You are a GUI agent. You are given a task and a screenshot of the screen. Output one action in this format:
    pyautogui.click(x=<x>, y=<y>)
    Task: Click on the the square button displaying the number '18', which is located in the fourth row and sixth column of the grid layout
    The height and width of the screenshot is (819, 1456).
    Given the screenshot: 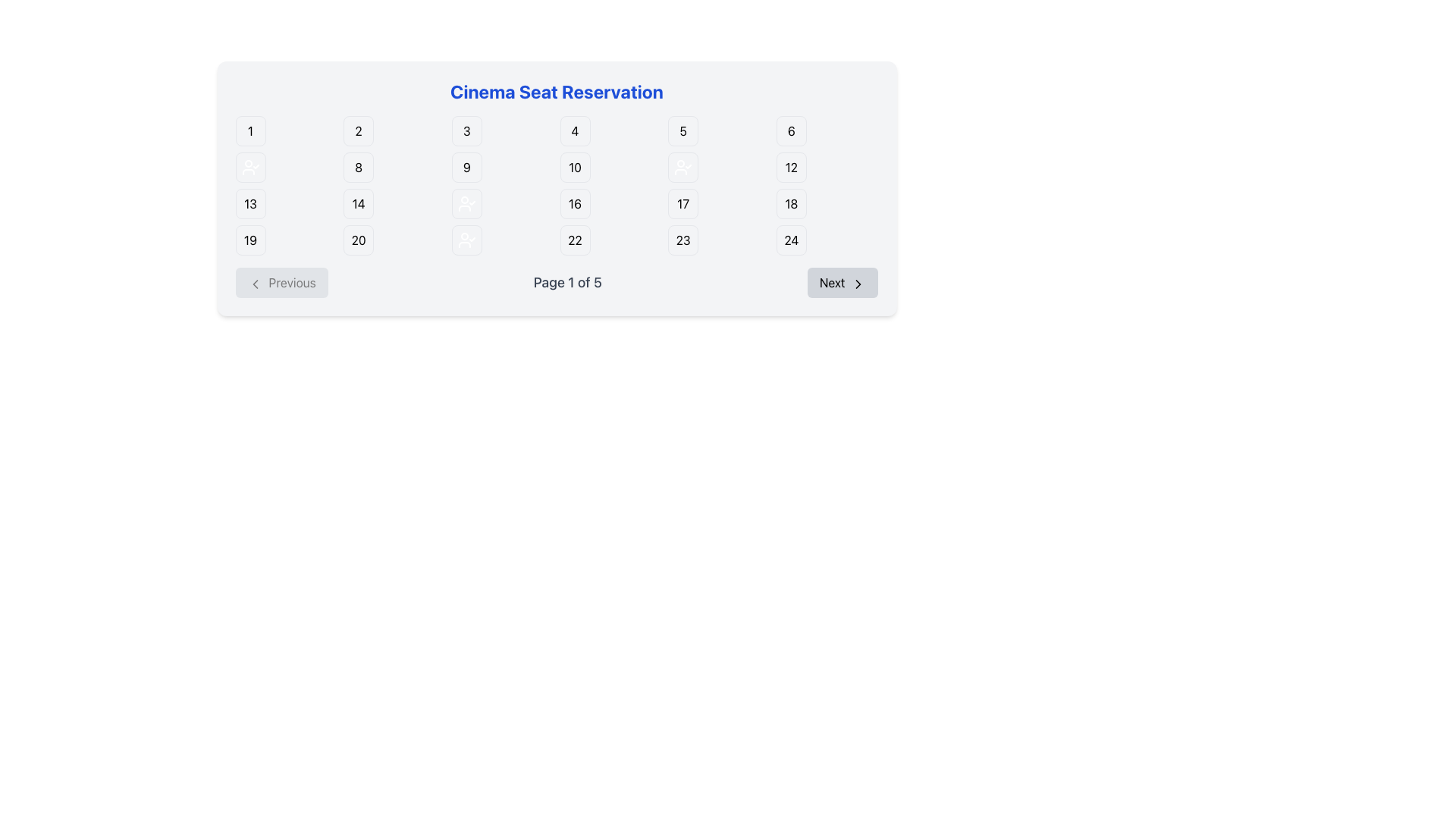 What is the action you would take?
    pyautogui.click(x=790, y=203)
    